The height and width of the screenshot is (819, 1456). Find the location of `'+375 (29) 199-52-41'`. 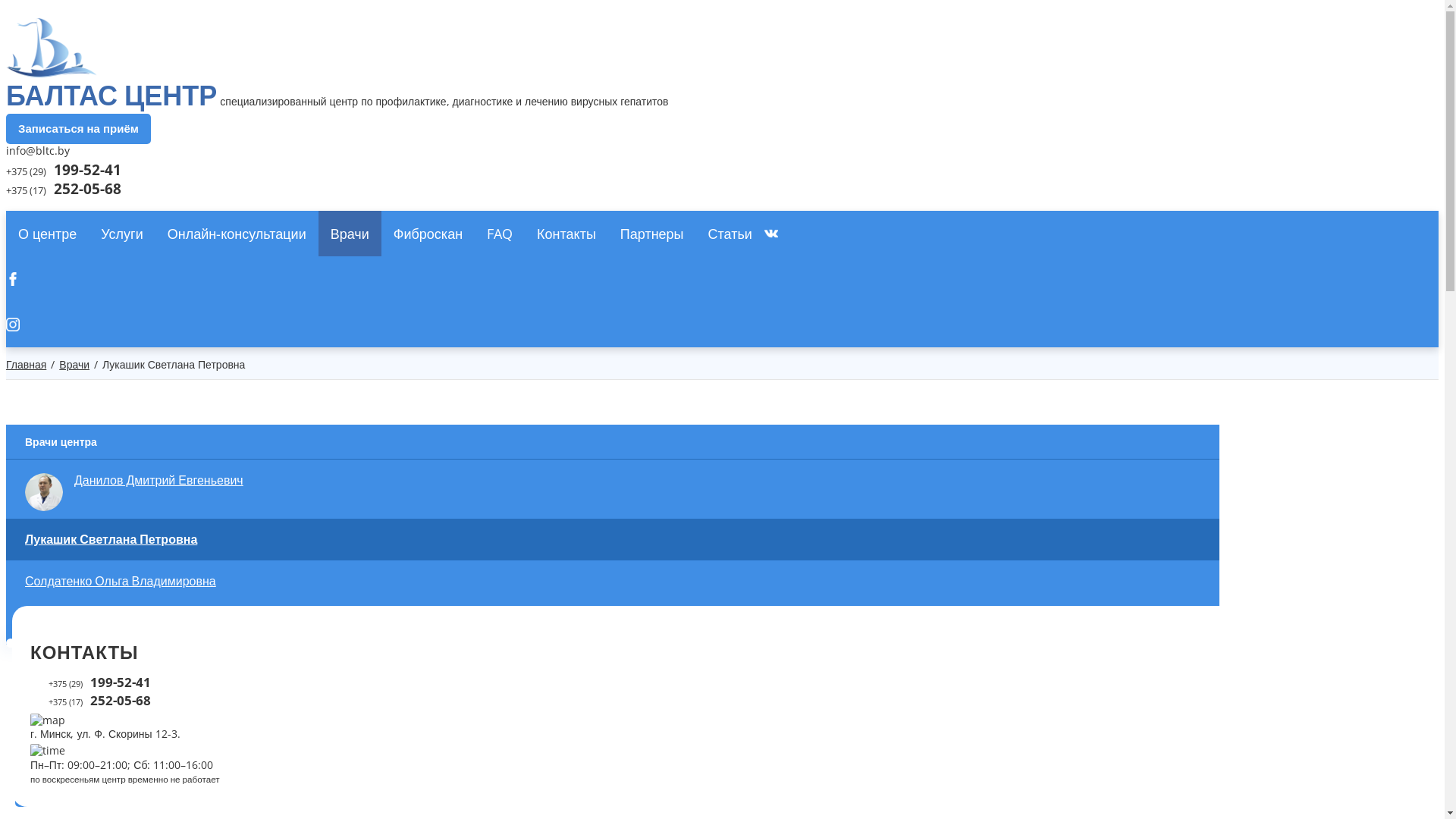

'+375 (29) 199-52-41' is located at coordinates (89, 682).